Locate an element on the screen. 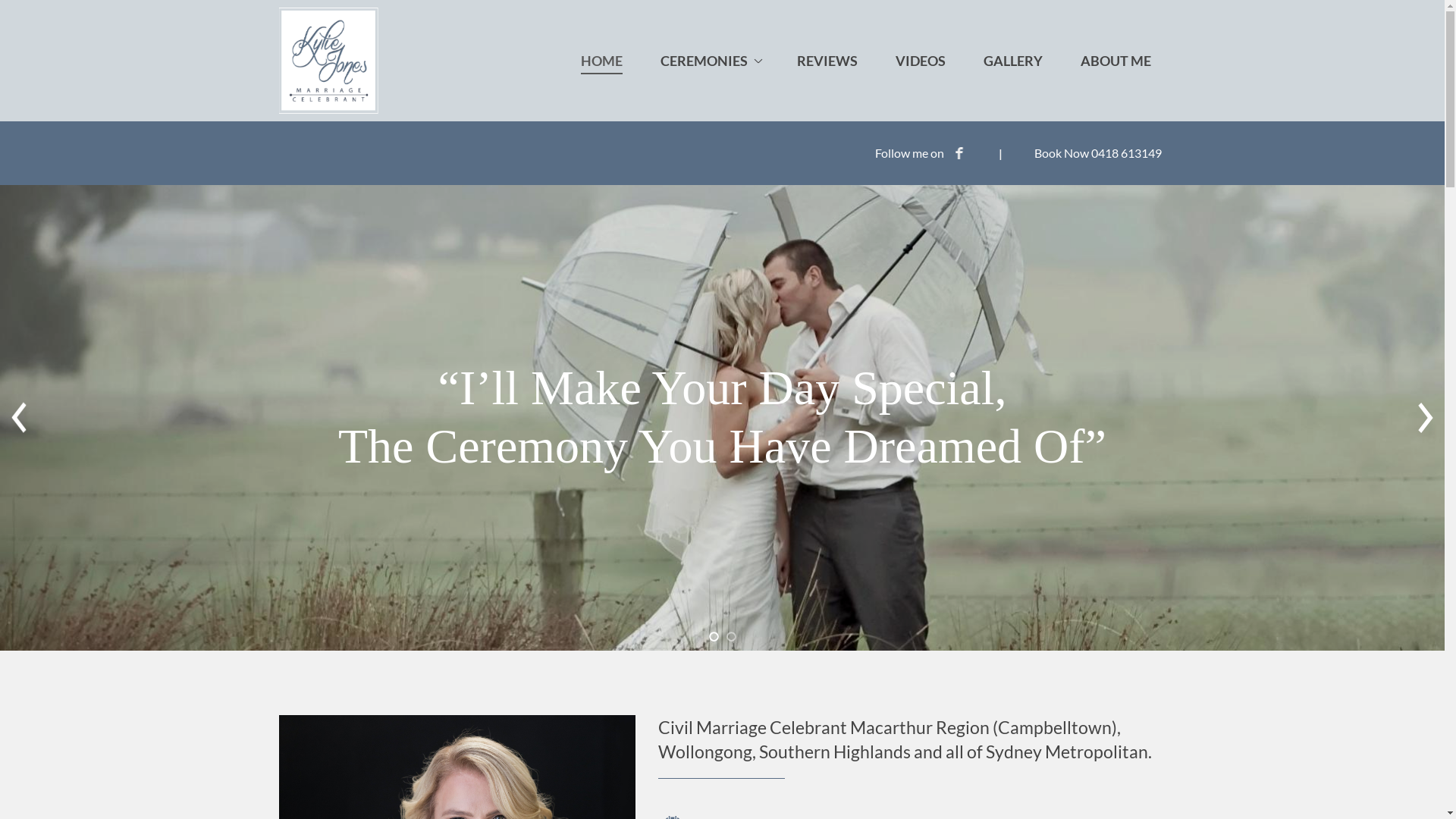 Image resolution: width=1456 pixels, height=819 pixels. 'ABOUT ME' is located at coordinates (1063, 60).